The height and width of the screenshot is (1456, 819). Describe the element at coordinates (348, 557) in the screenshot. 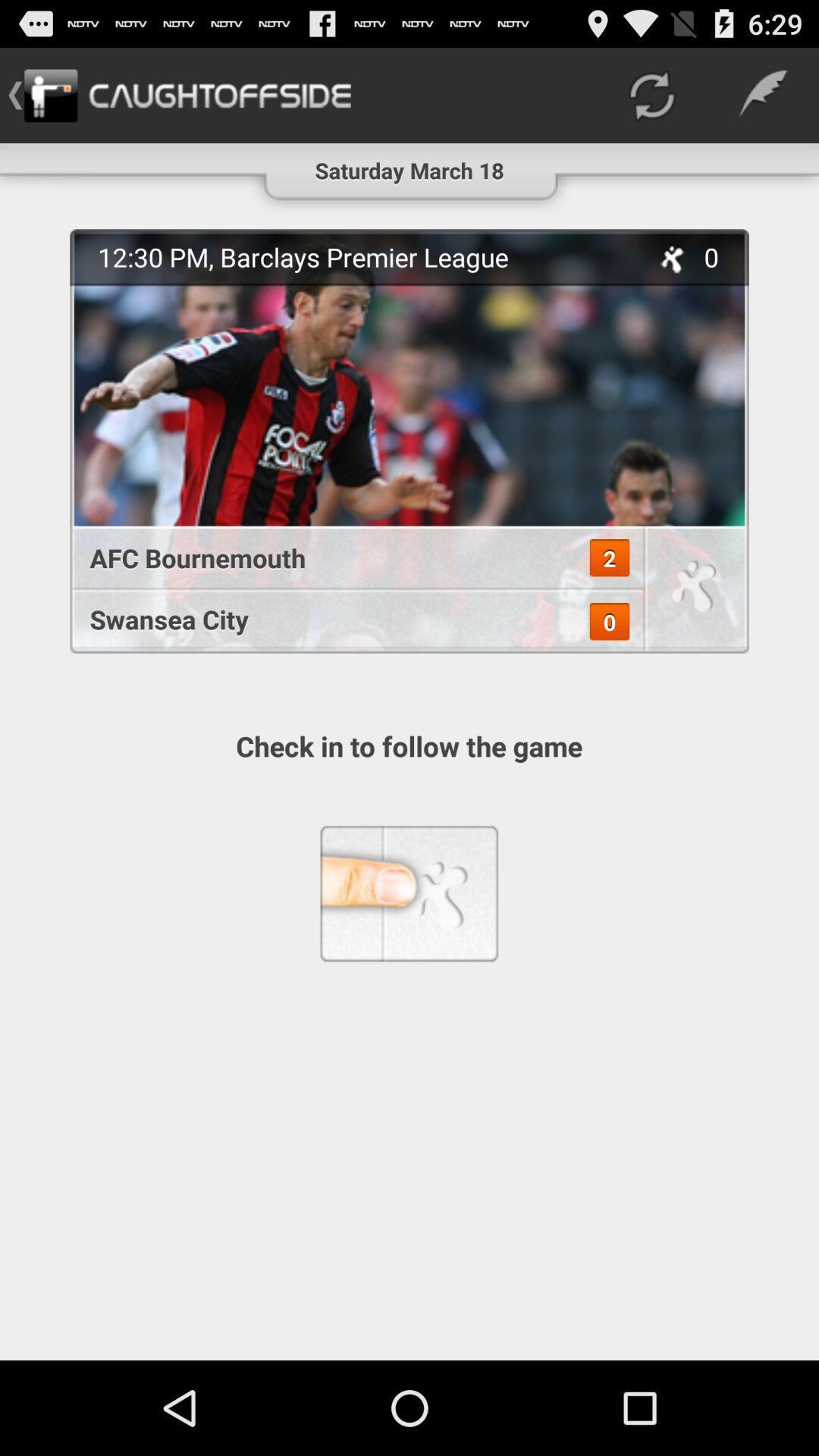

I see `the afc bournemouth icon` at that location.